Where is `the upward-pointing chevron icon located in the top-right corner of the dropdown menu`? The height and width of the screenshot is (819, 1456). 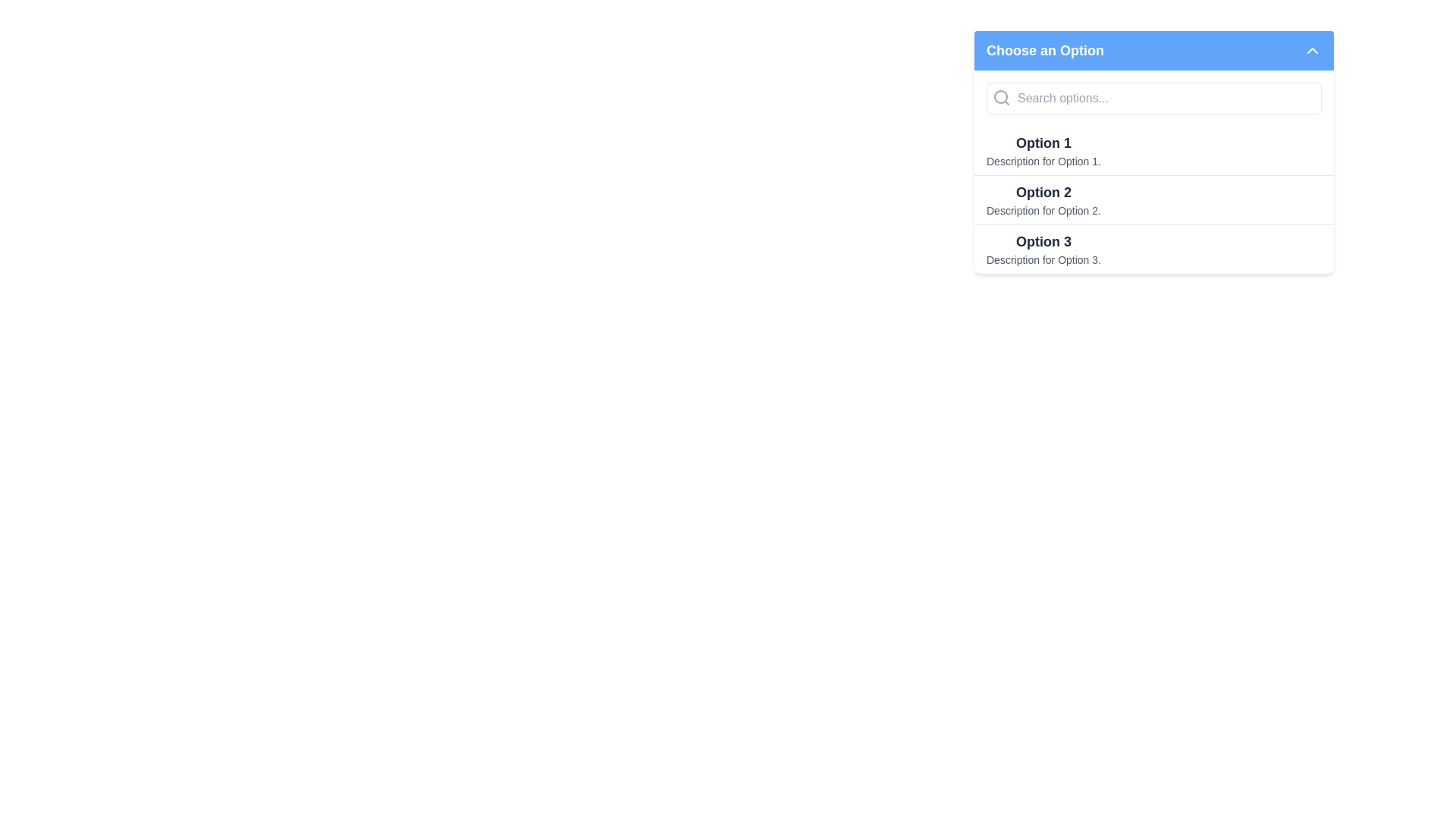 the upward-pointing chevron icon located in the top-right corner of the dropdown menu is located at coordinates (1312, 49).